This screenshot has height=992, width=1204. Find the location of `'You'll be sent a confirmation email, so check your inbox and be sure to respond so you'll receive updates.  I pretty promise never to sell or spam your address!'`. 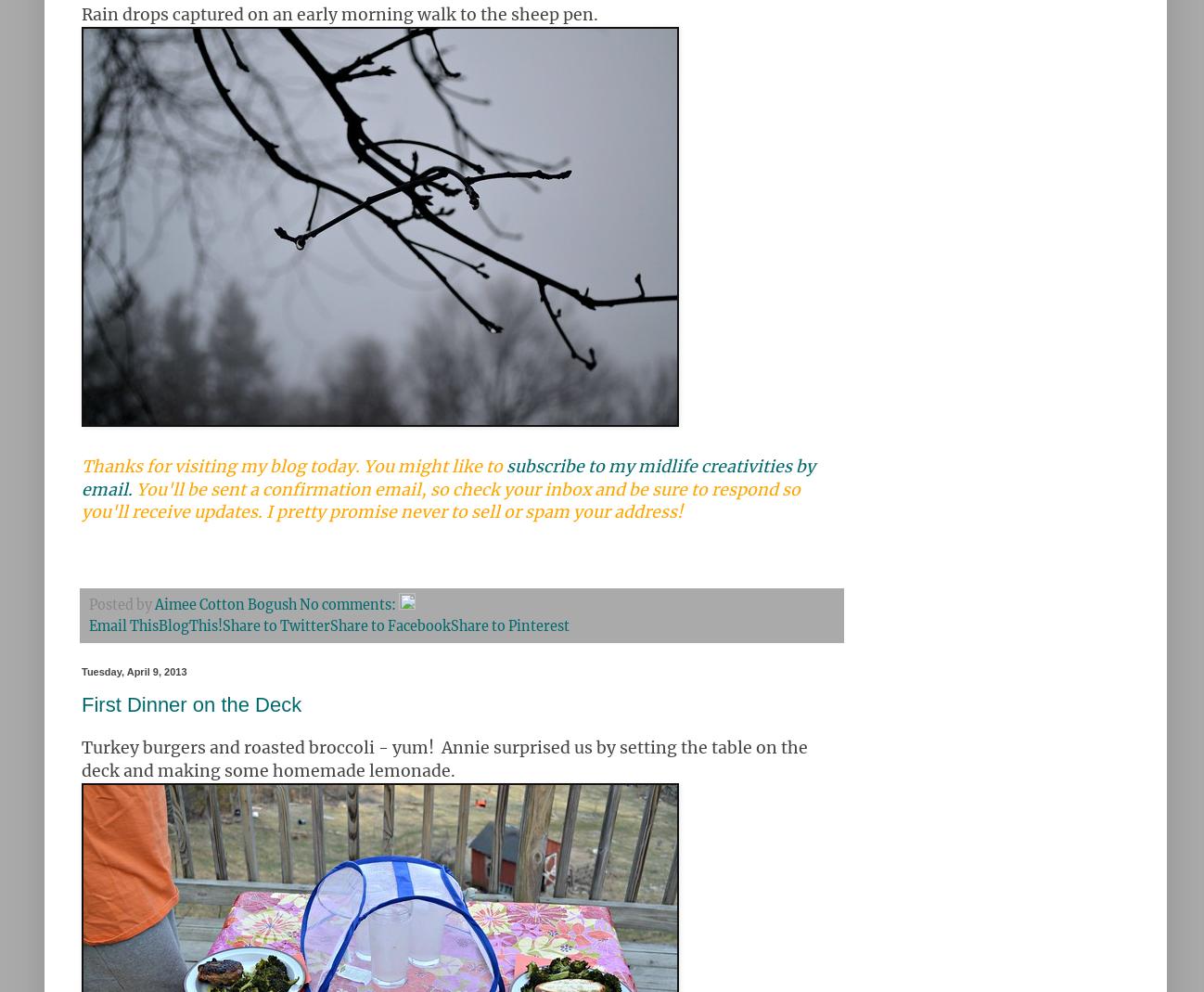

'You'll be sent a confirmation email, so check your inbox and be sure to respond so you'll receive updates.  I pretty promise never to sell or spam your address!' is located at coordinates (441, 500).